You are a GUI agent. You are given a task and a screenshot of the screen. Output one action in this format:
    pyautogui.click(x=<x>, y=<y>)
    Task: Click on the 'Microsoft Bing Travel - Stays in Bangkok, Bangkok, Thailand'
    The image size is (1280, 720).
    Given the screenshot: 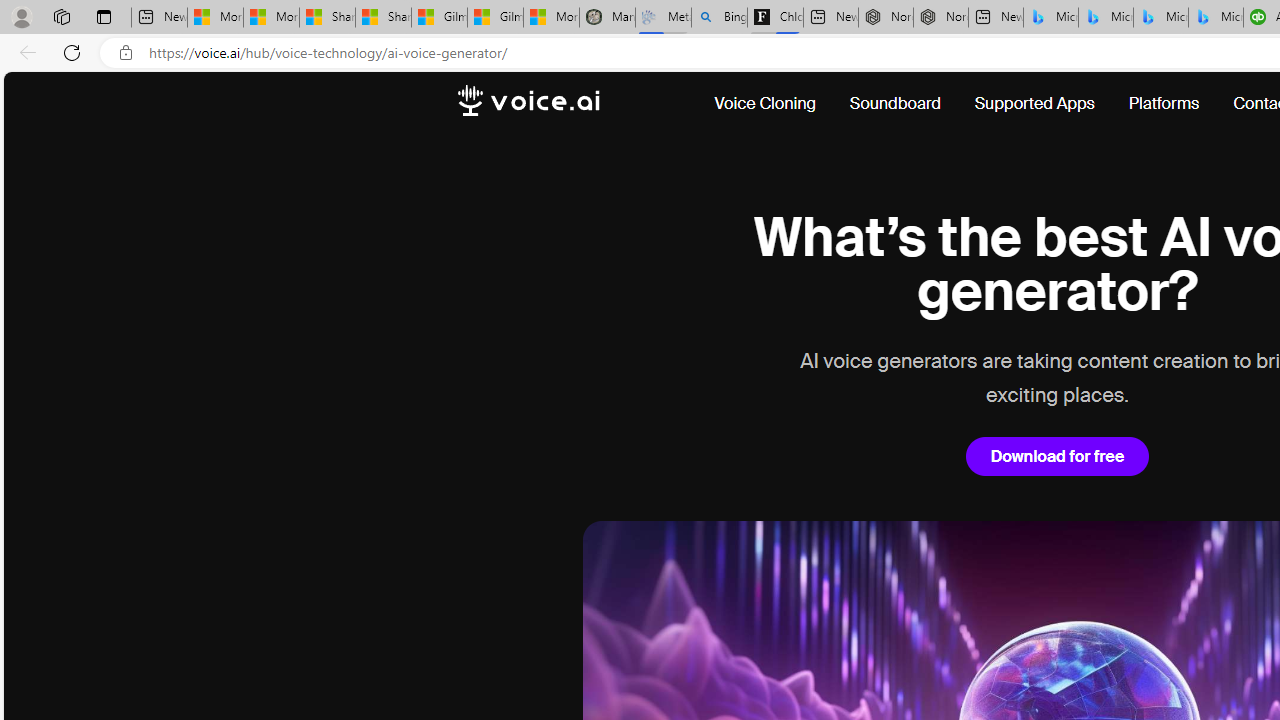 What is the action you would take?
    pyautogui.click(x=1104, y=17)
    